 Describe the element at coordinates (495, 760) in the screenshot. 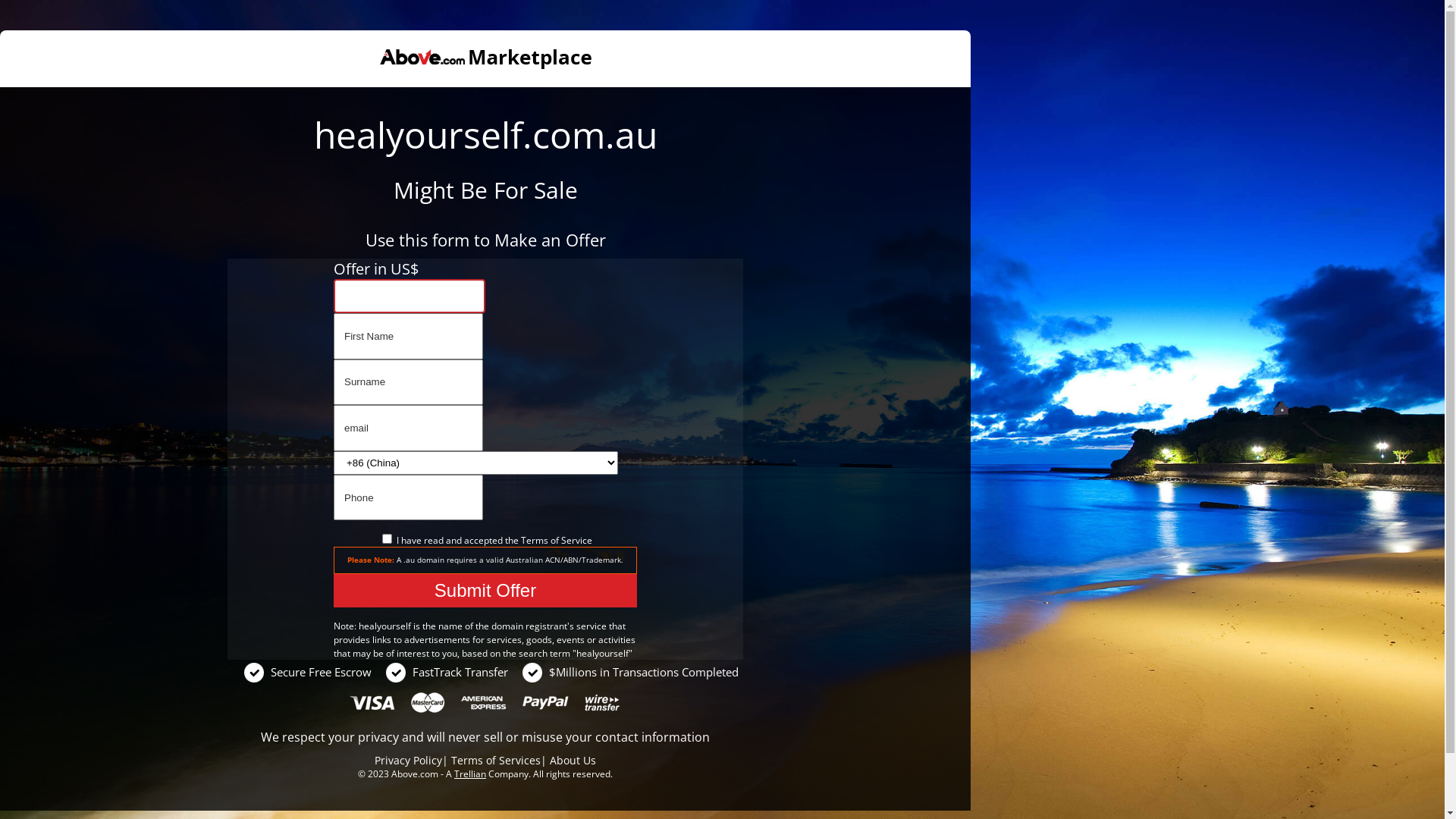

I see `'Terms of Services'` at that location.